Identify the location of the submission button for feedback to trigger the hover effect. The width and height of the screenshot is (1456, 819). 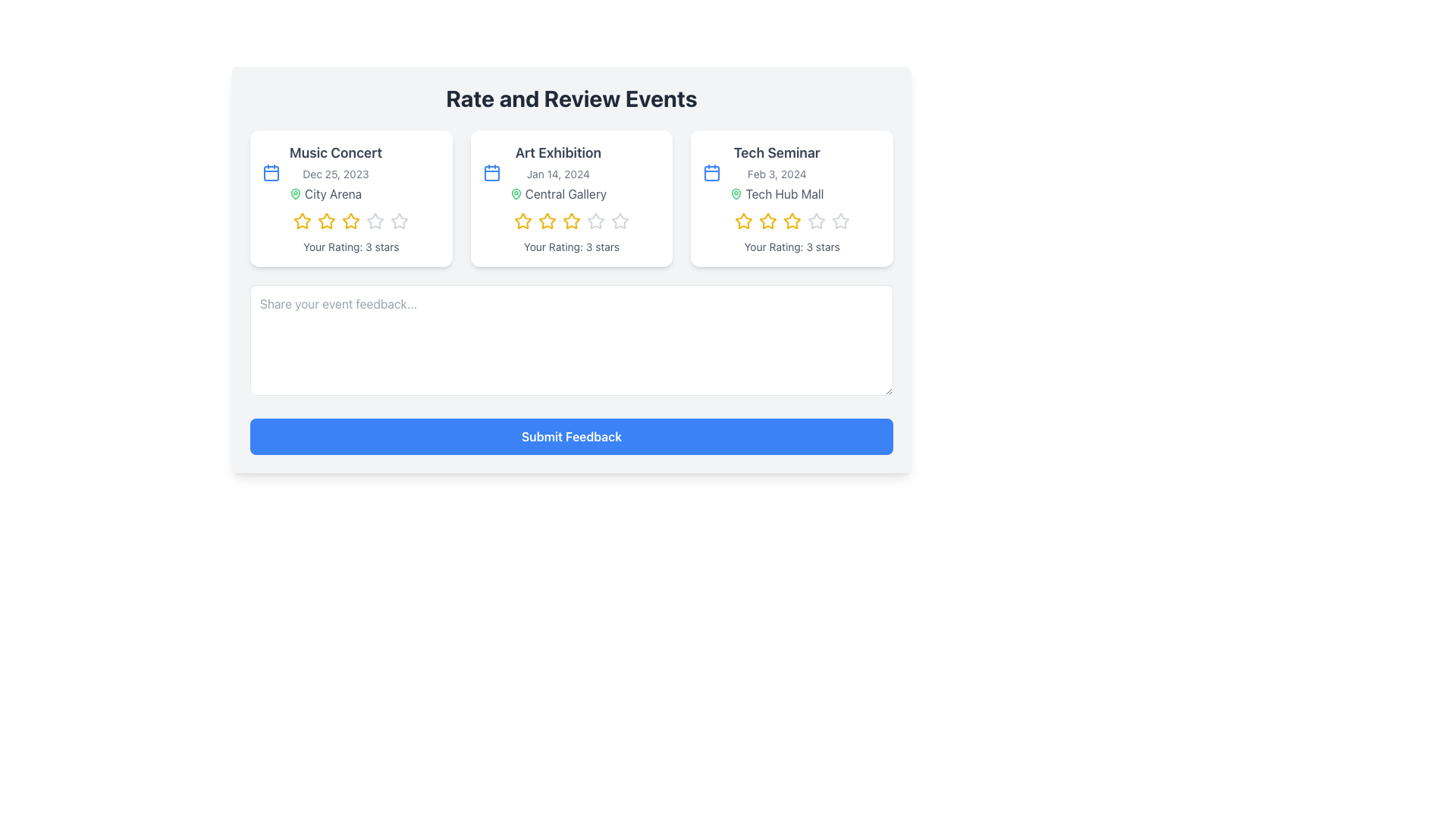
(570, 436).